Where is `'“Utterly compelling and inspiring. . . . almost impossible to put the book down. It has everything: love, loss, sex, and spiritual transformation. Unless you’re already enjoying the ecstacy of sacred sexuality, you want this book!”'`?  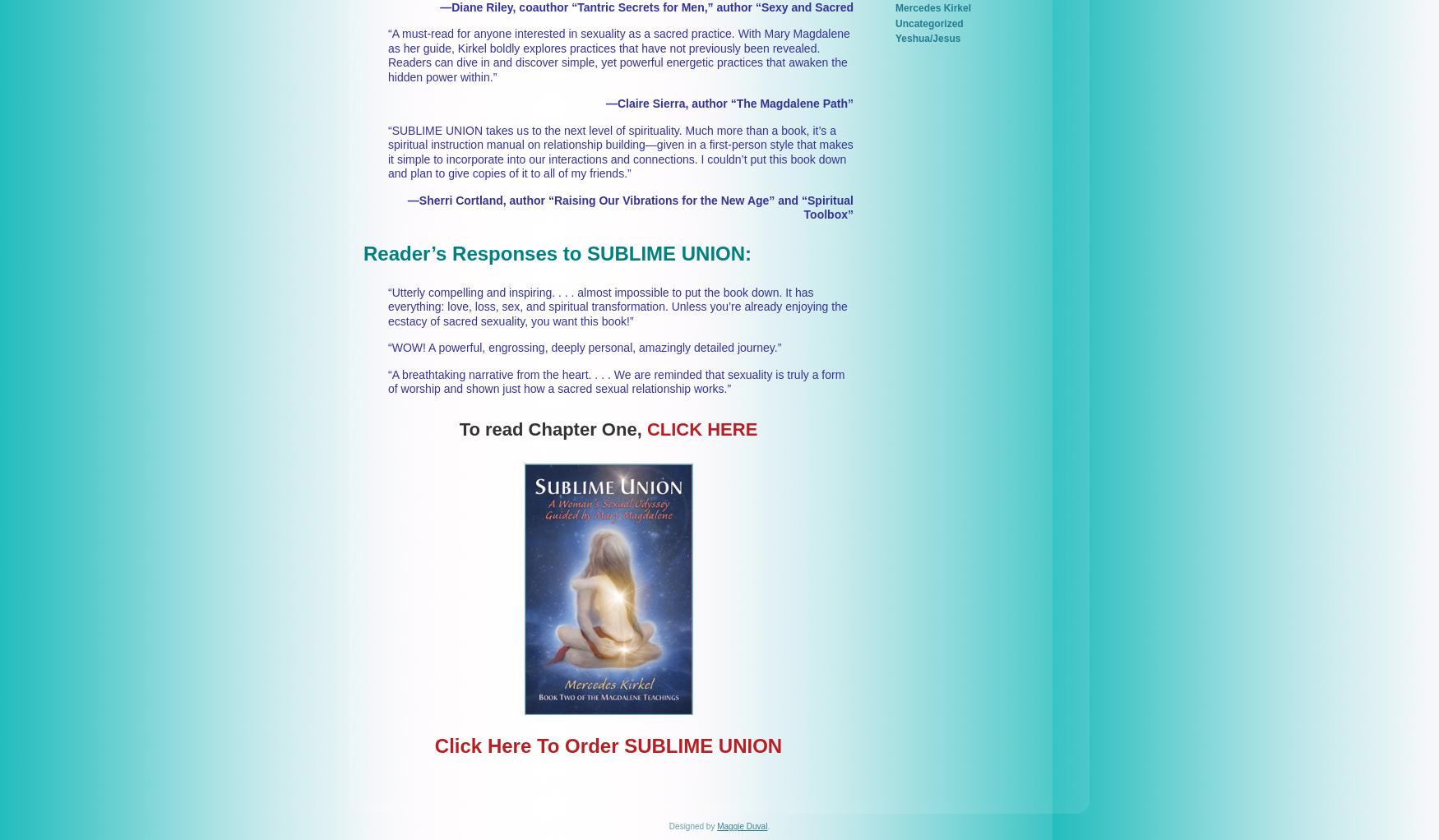
'“Utterly compelling and inspiring. . . . almost impossible to put the book down. It has everything: love, loss, sex, and spiritual transformation. Unless you’re already enjoying the ecstacy of sacred sexuality, you want this book!”' is located at coordinates (617, 305).